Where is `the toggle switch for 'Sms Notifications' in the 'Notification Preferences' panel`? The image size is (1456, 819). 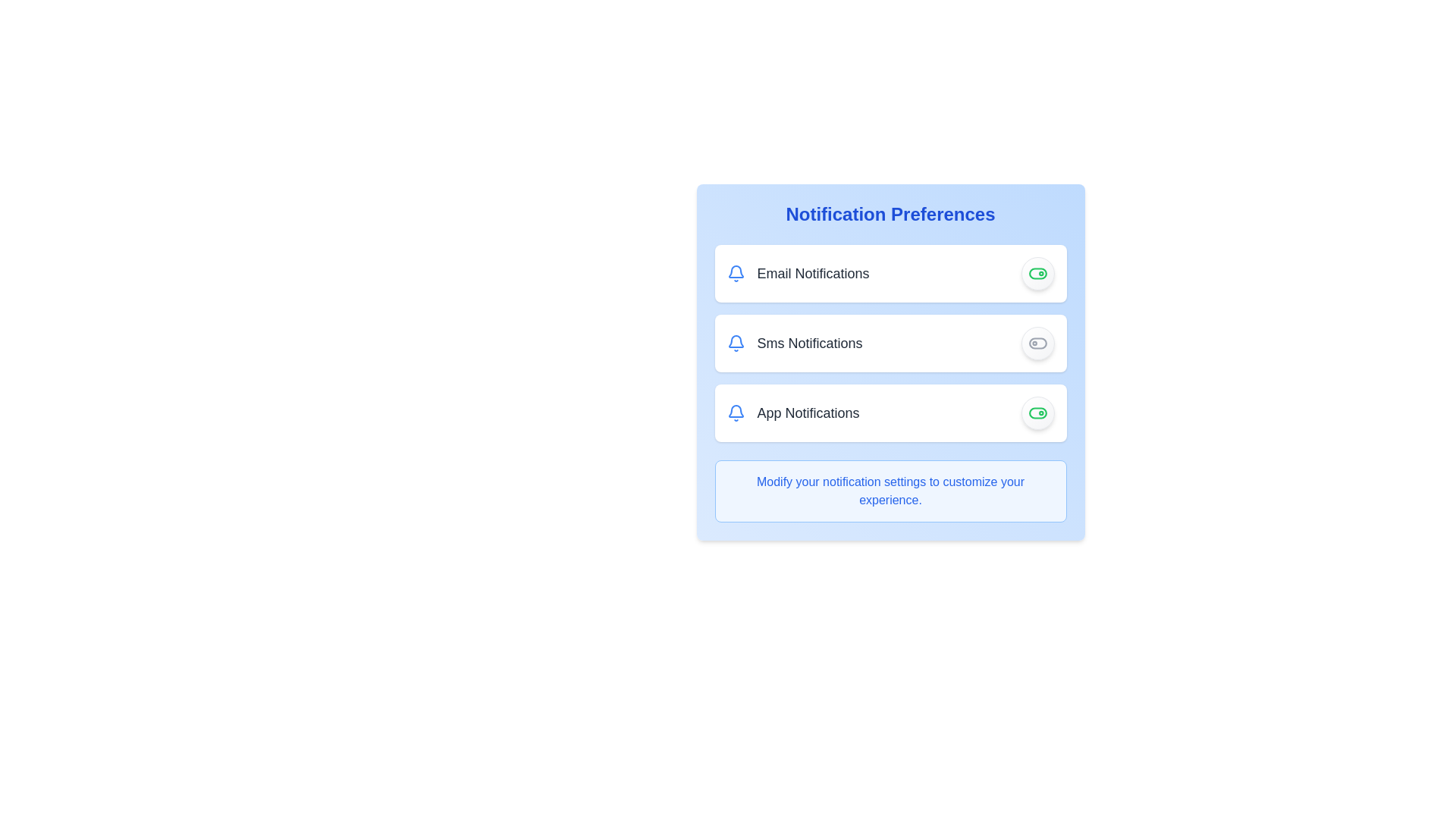
the toggle switch for 'Sms Notifications' in the 'Notification Preferences' panel is located at coordinates (1037, 343).